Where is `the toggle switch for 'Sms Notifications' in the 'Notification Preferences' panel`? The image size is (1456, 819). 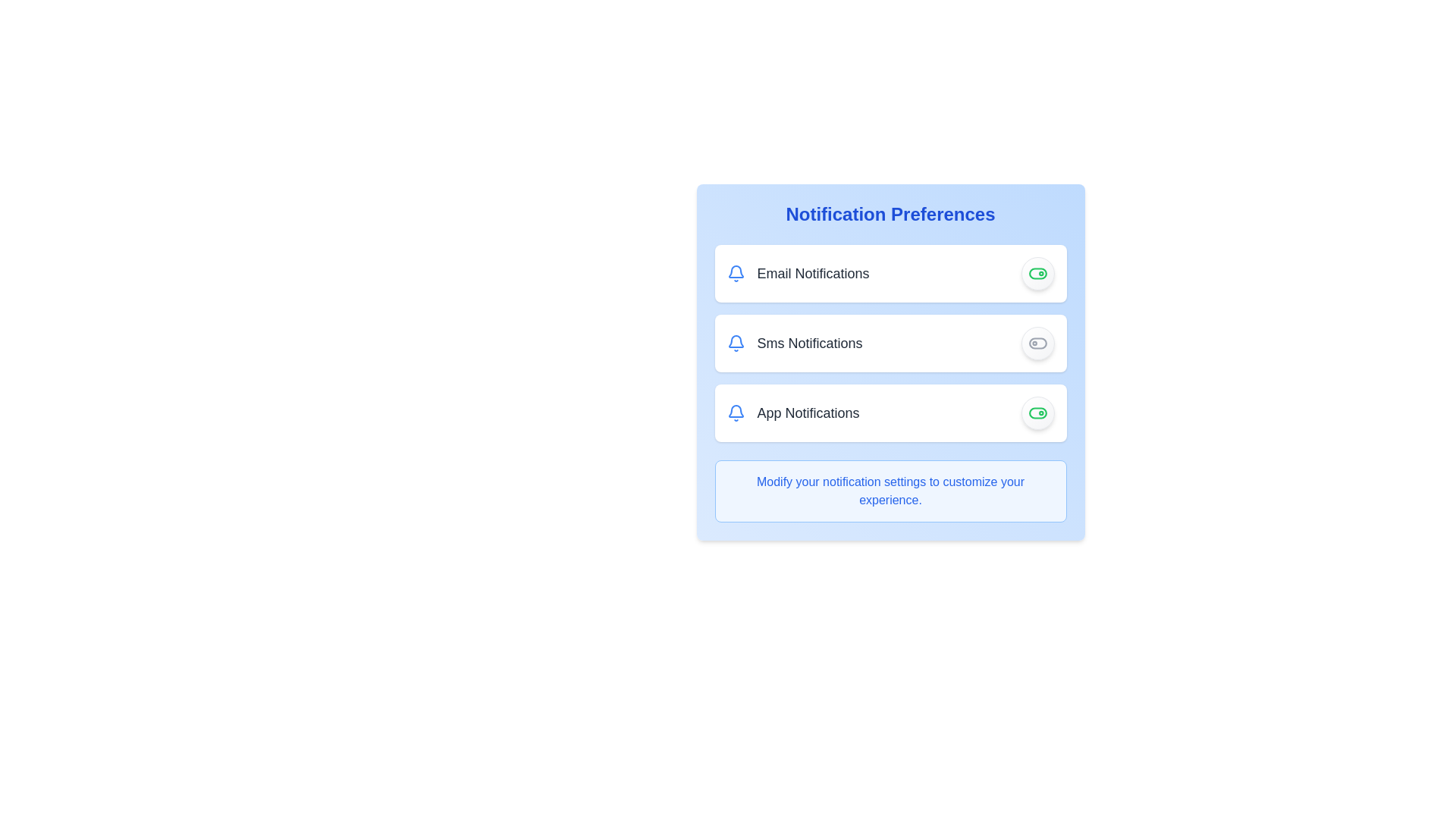
the toggle switch for 'Sms Notifications' in the 'Notification Preferences' panel is located at coordinates (1037, 343).